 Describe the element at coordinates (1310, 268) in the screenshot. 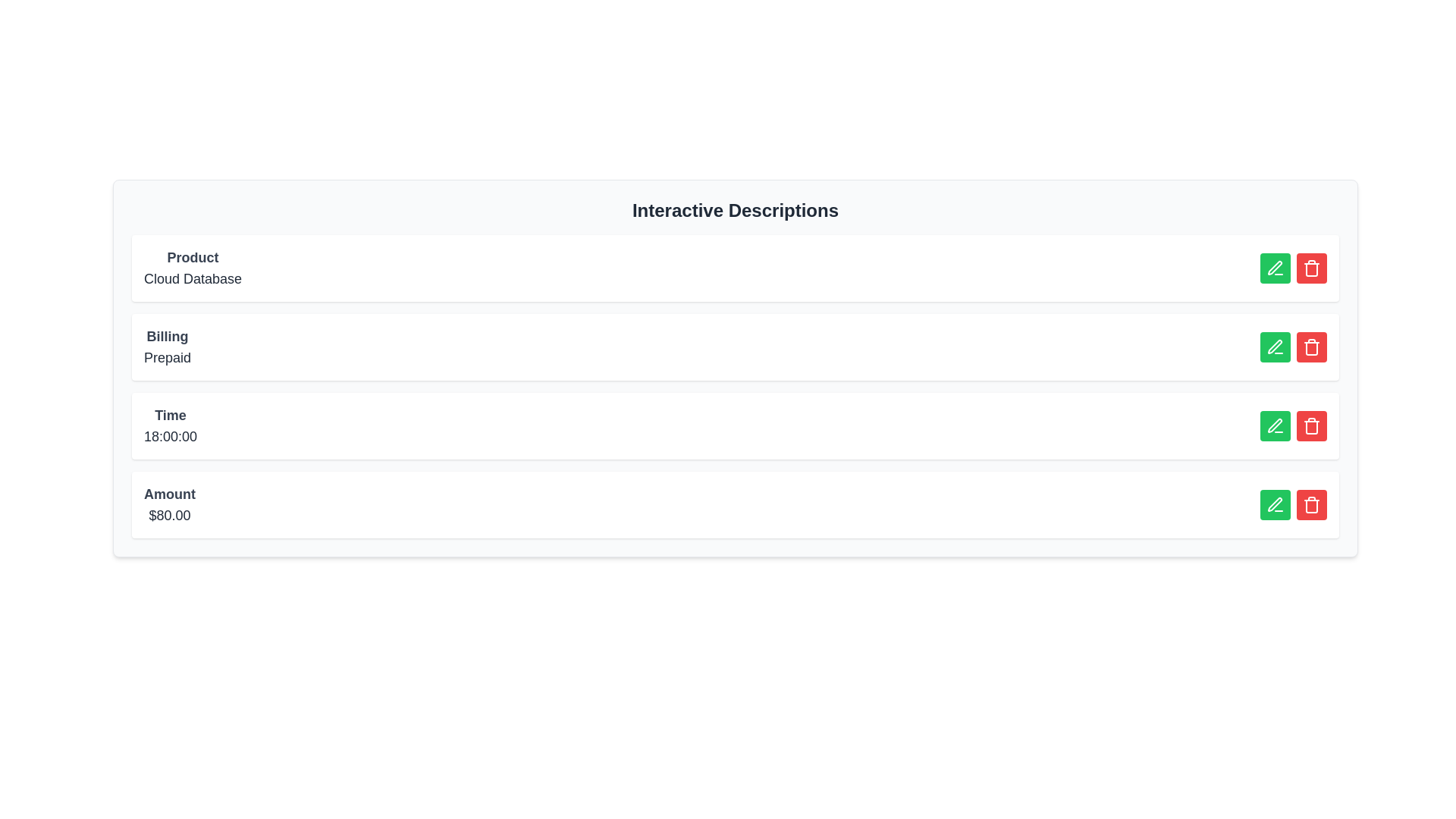

I see `the 'Delete' button located at the rightmost position in the row containing the 'Amount' label` at that location.